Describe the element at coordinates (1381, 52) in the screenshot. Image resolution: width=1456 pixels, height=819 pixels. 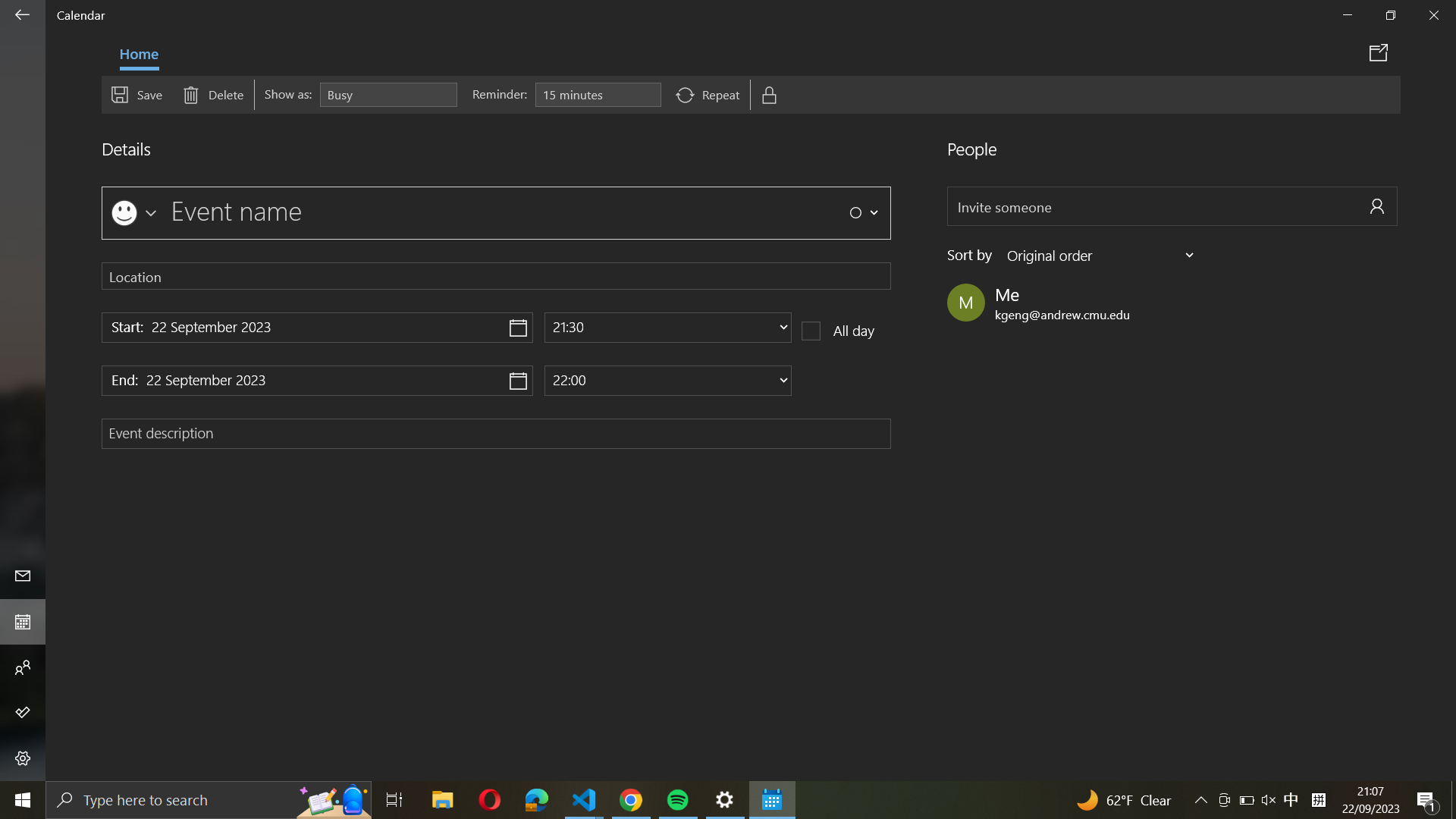
I see `Distribute event details through email` at that location.